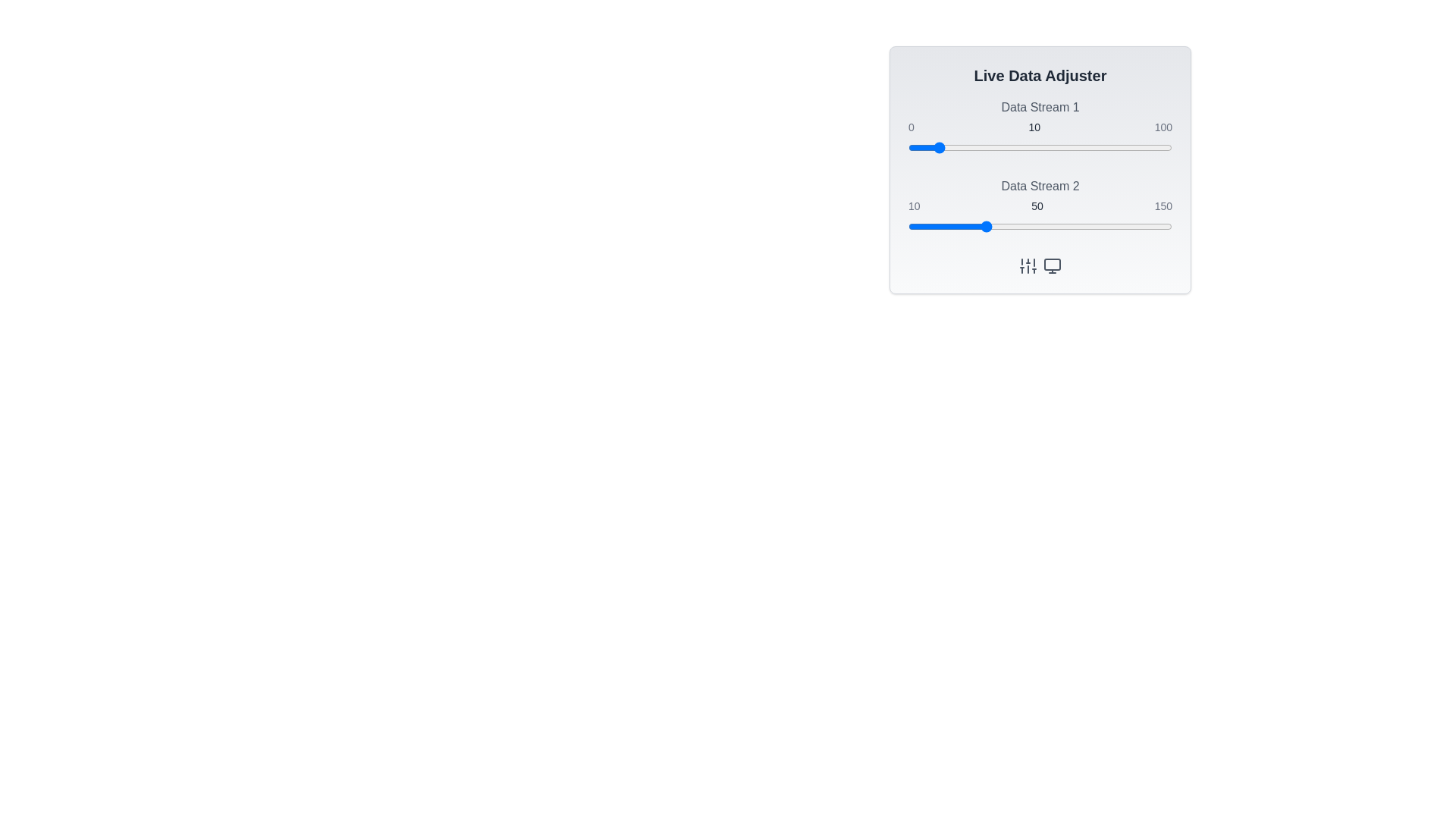 Image resolution: width=1456 pixels, height=819 pixels. I want to click on the slider value, so click(1029, 227).